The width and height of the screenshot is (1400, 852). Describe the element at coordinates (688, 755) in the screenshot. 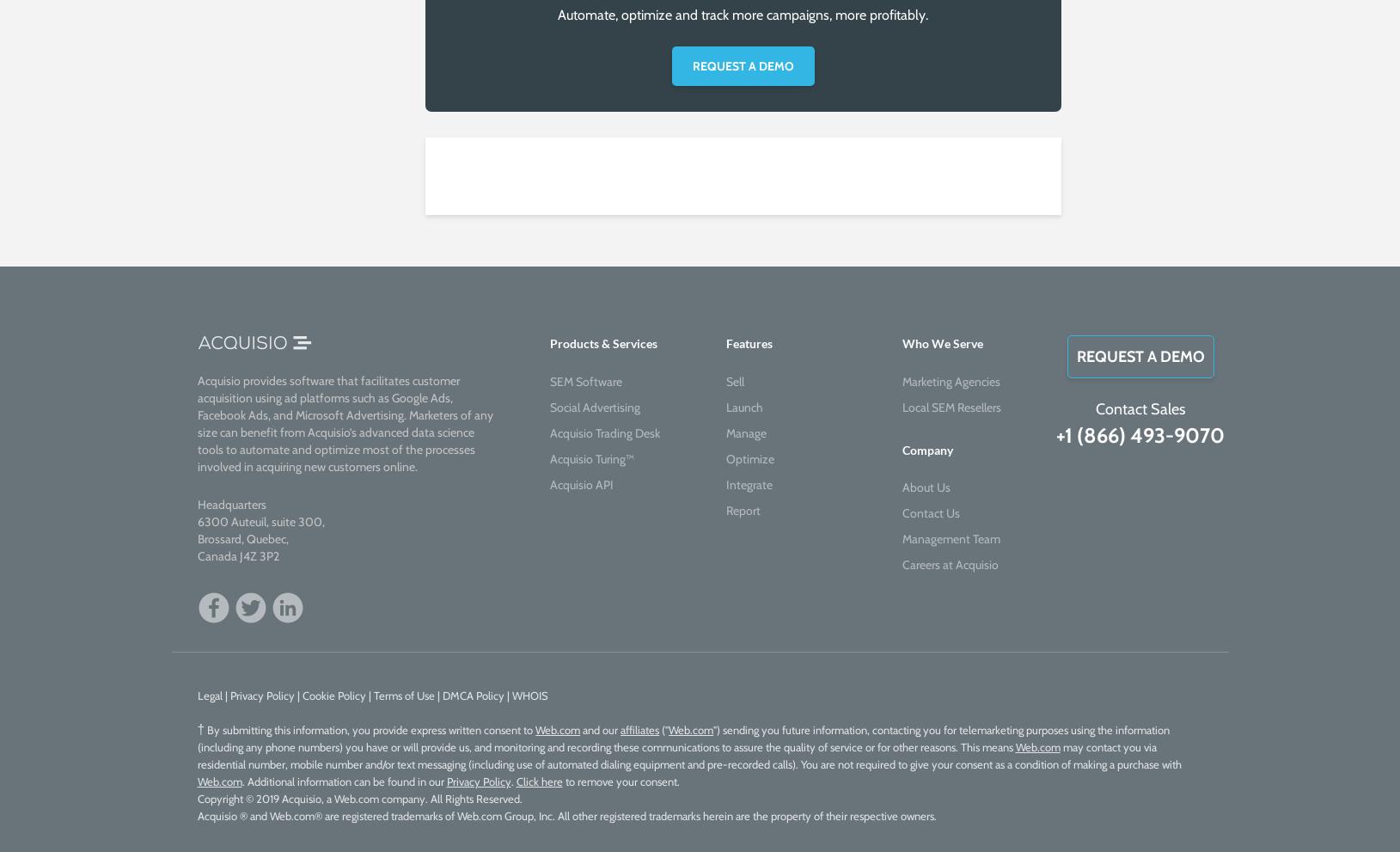

I see `'may contact you via residential number, mobile number and/or text messaging (including use of automated dialing equipment and pre-recorded calls). You are not required to give your consent as a condition of making a purchase with'` at that location.